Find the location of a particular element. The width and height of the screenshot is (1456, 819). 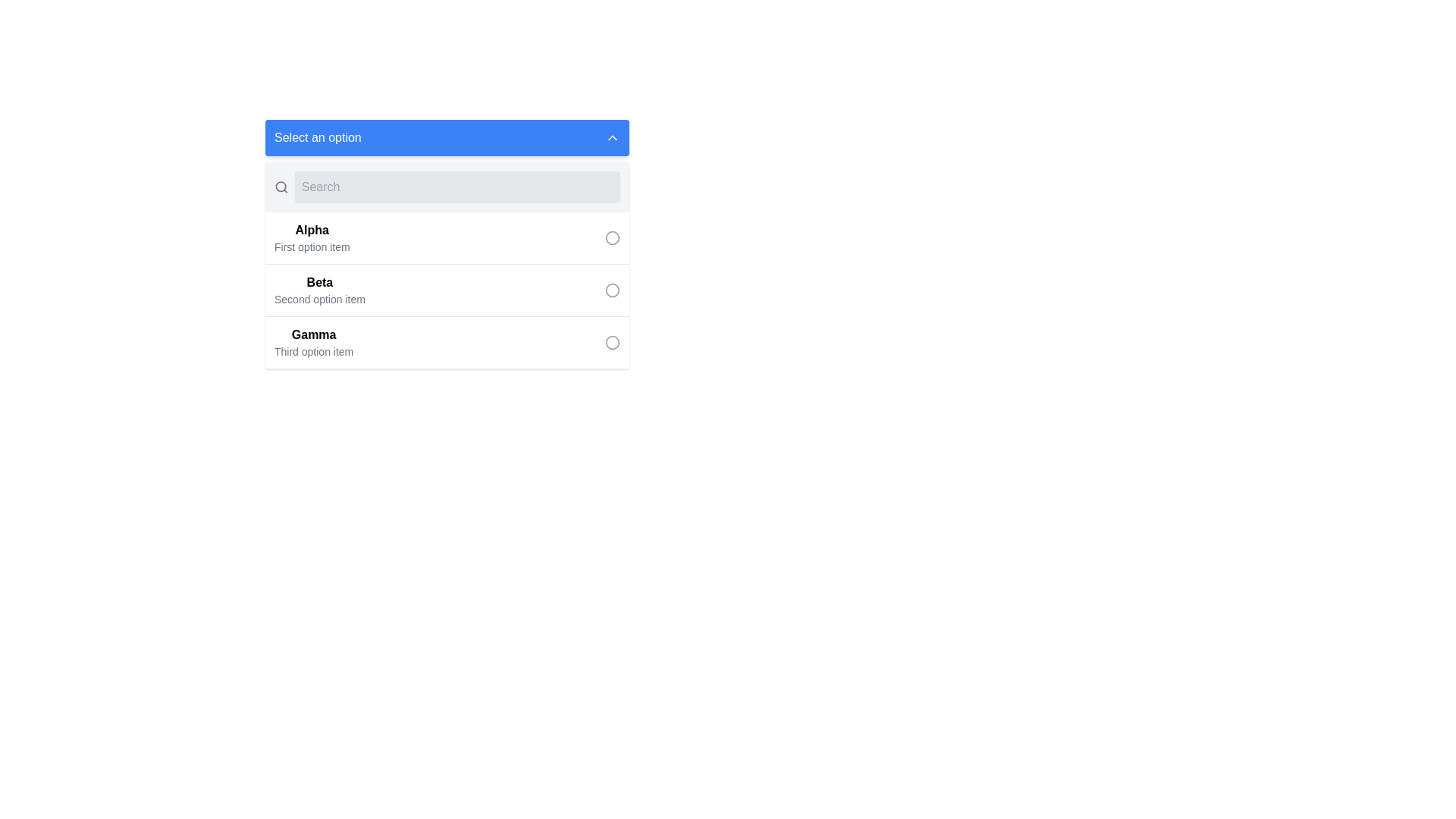

the icon button located to the far right within the blue header section labeled 'Select an option' is located at coordinates (612, 137).